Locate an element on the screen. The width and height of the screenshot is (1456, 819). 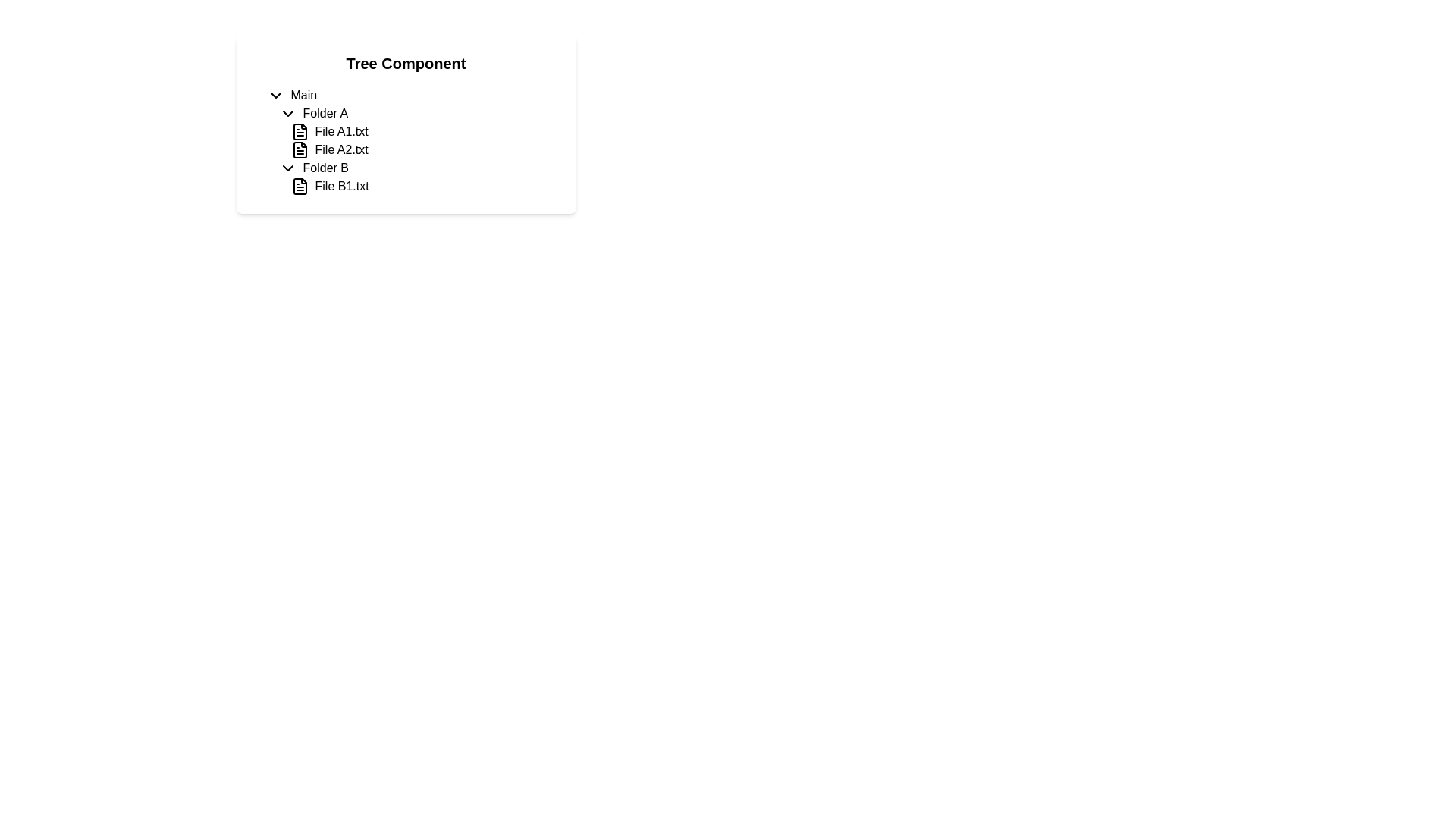
the Chevron icon located to the left of the 'Main' section in the hierarchical tree is located at coordinates (275, 96).